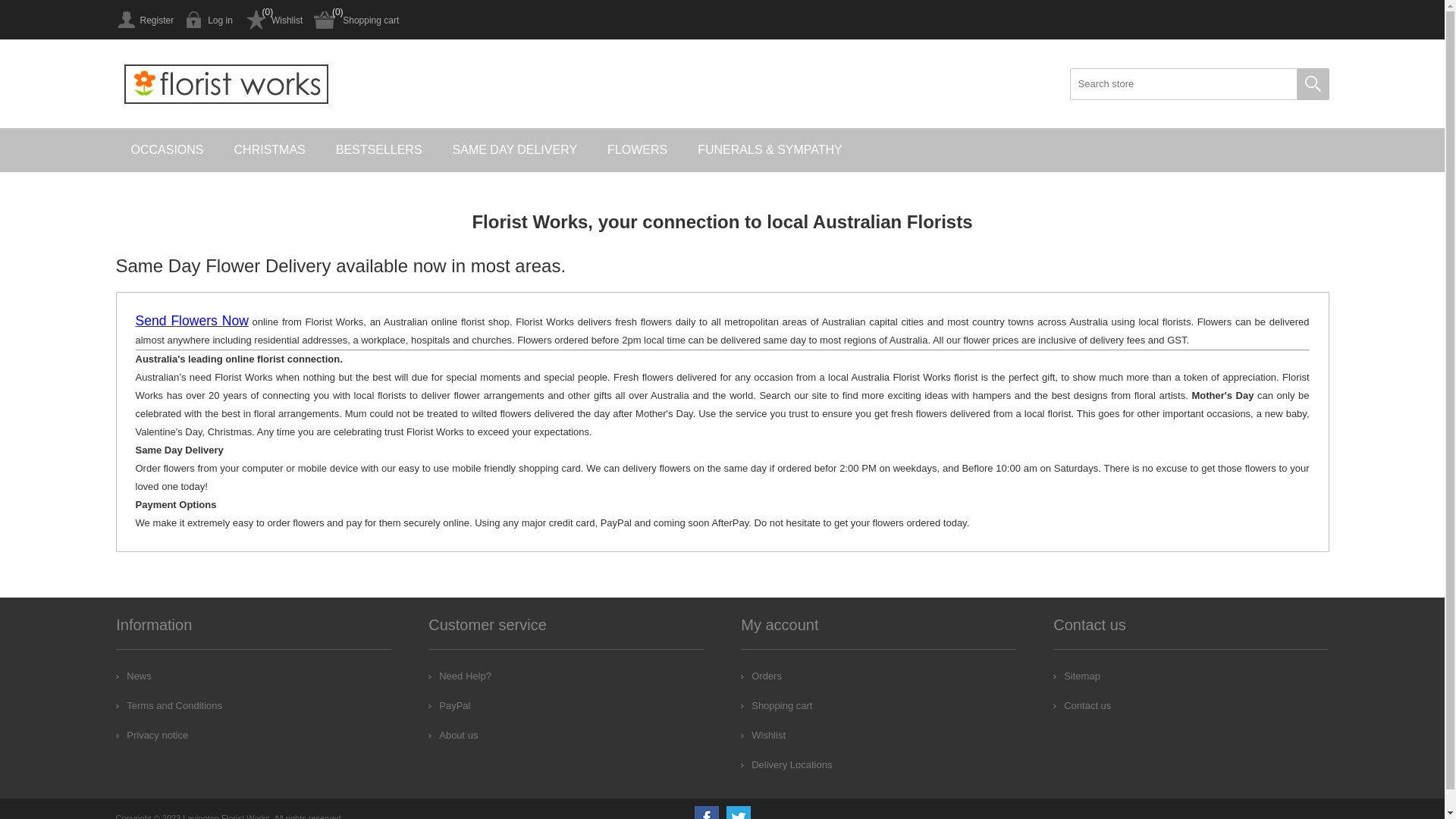 This screenshot has width=1456, height=819. I want to click on 'Wishlist', so click(273, 20).